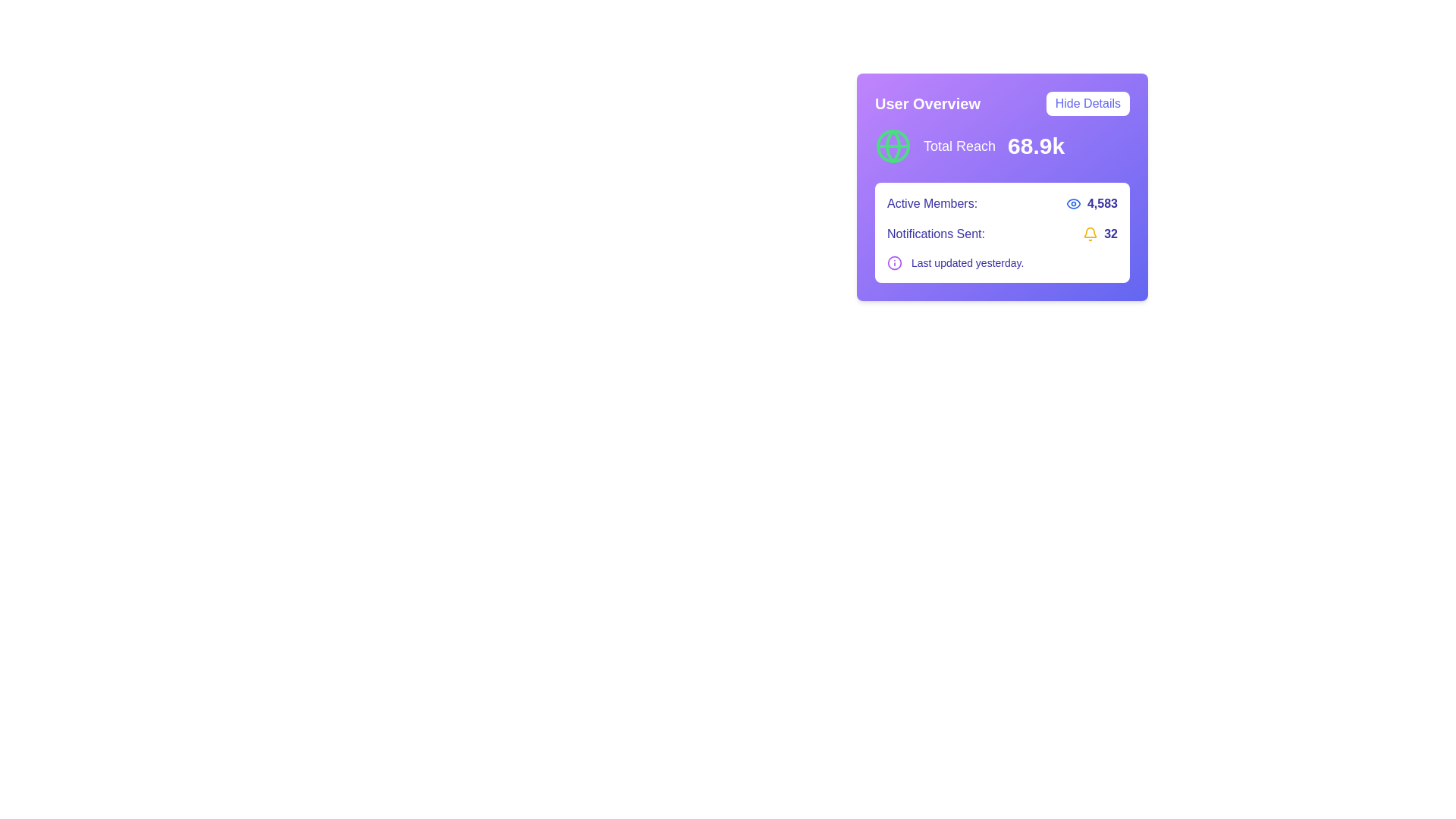 The width and height of the screenshot is (1456, 819). I want to click on the 'Active Members' count element, which is located to the right of the label 'Active Members:' and adjacent to a blue eye icon, so click(1092, 203).